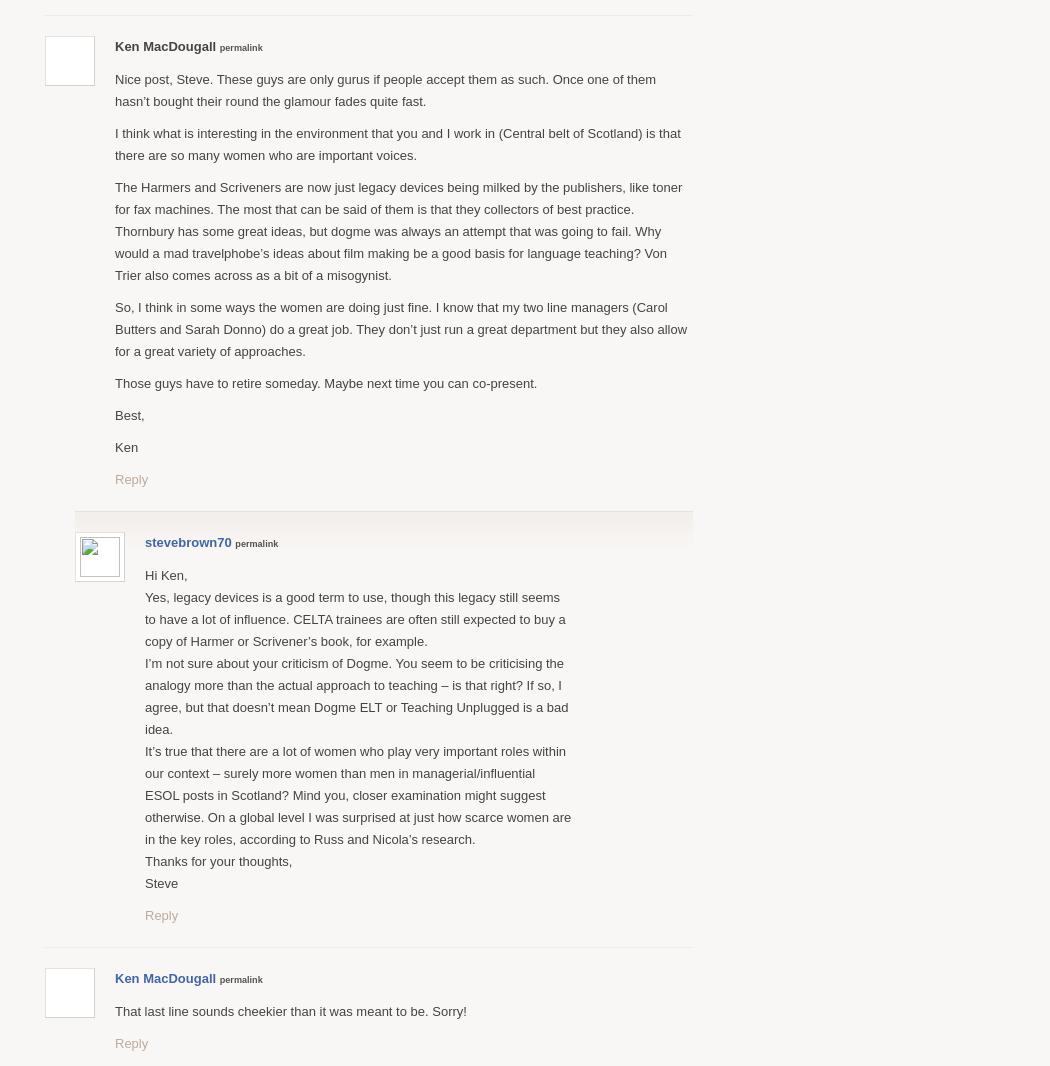 The width and height of the screenshot is (1050, 1066). What do you see at coordinates (385, 88) in the screenshot?
I see `'Nice post, Steve. These guys are only gurus if people accept them as such. Once one of them hasn’t bought their round the glamour fades quite fast.'` at bounding box center [385, 88].